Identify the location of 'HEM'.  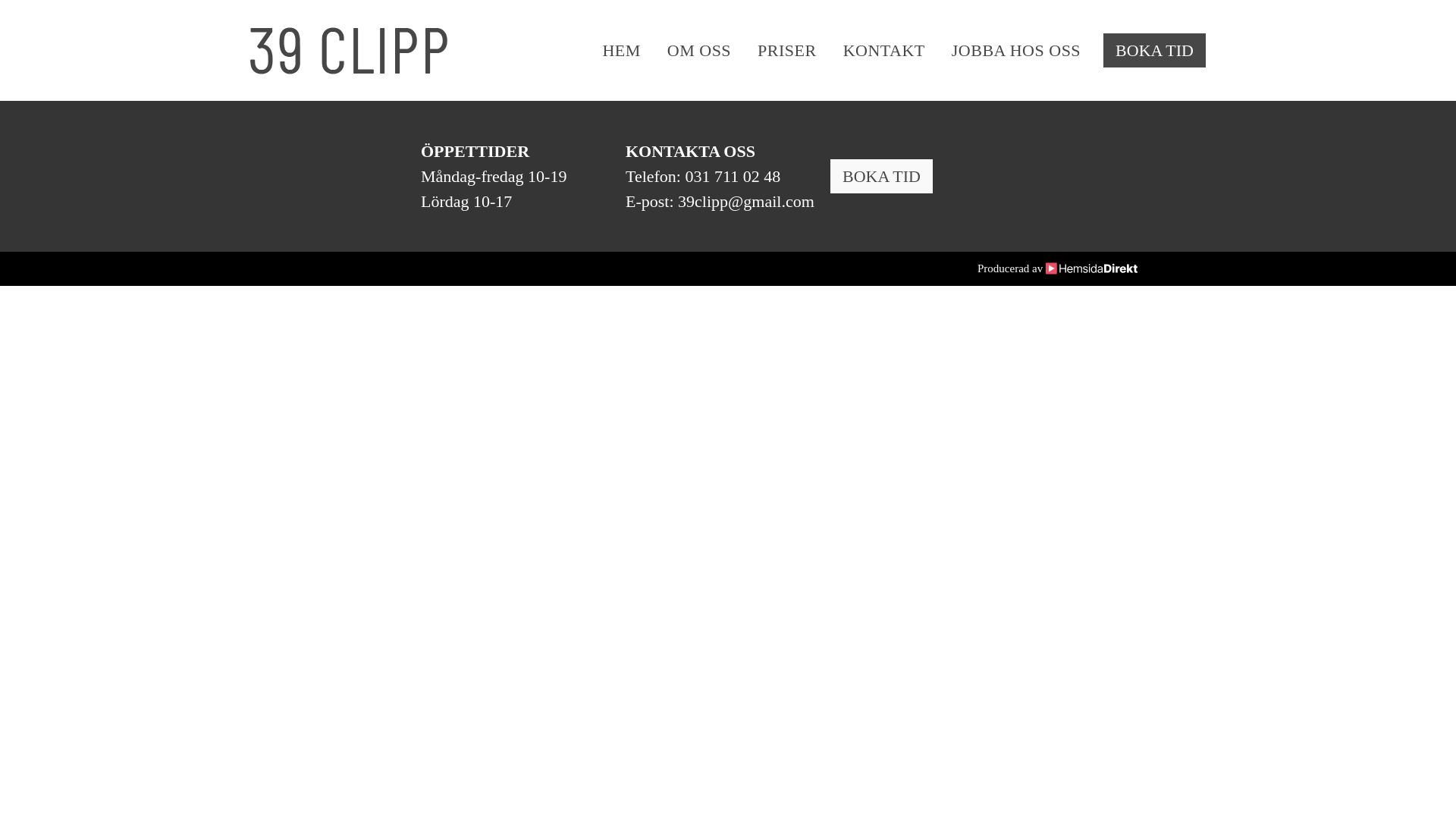
(607, 49).